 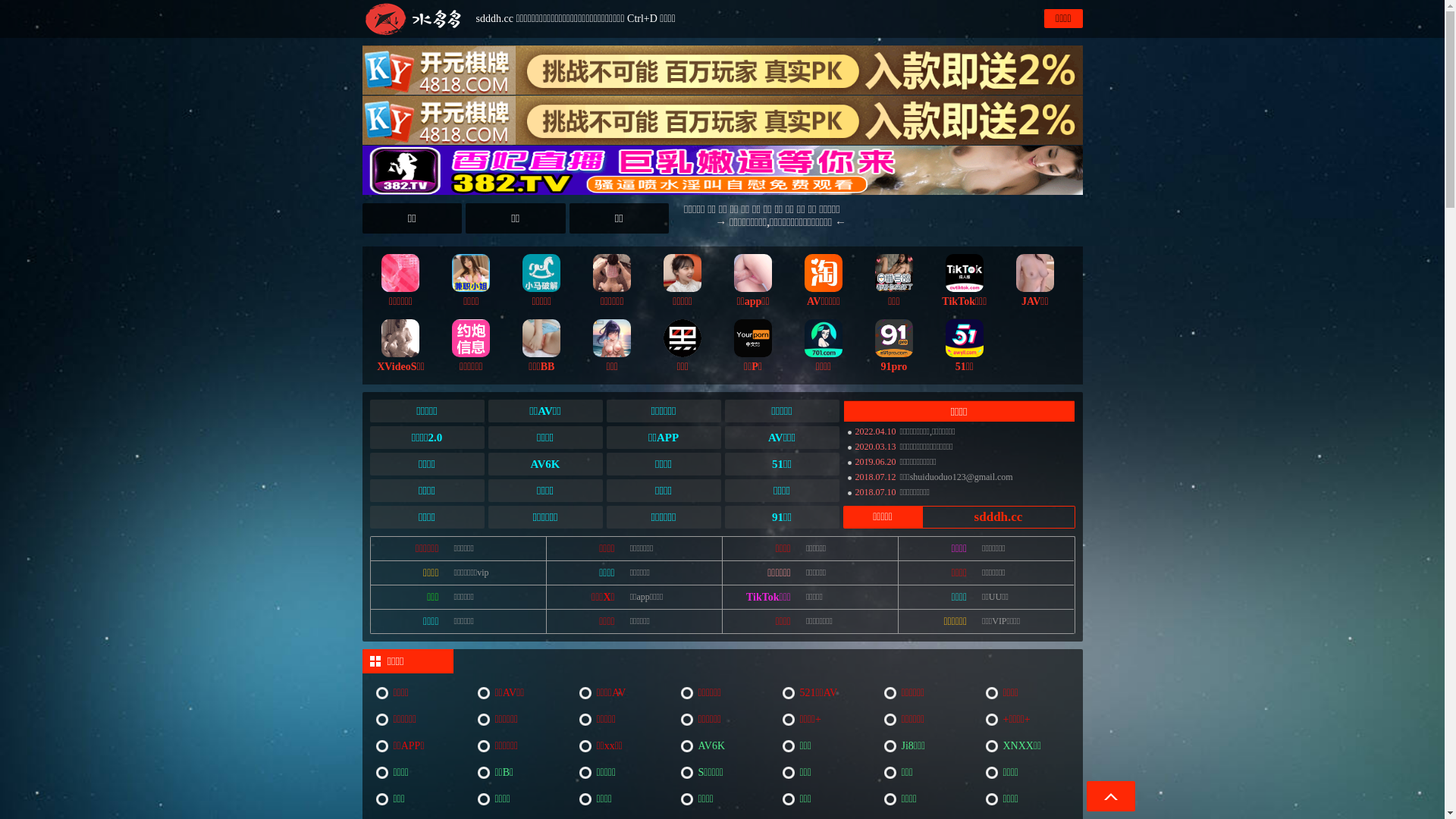 I want to click on 'AV6K', so click(x=723, y=745).